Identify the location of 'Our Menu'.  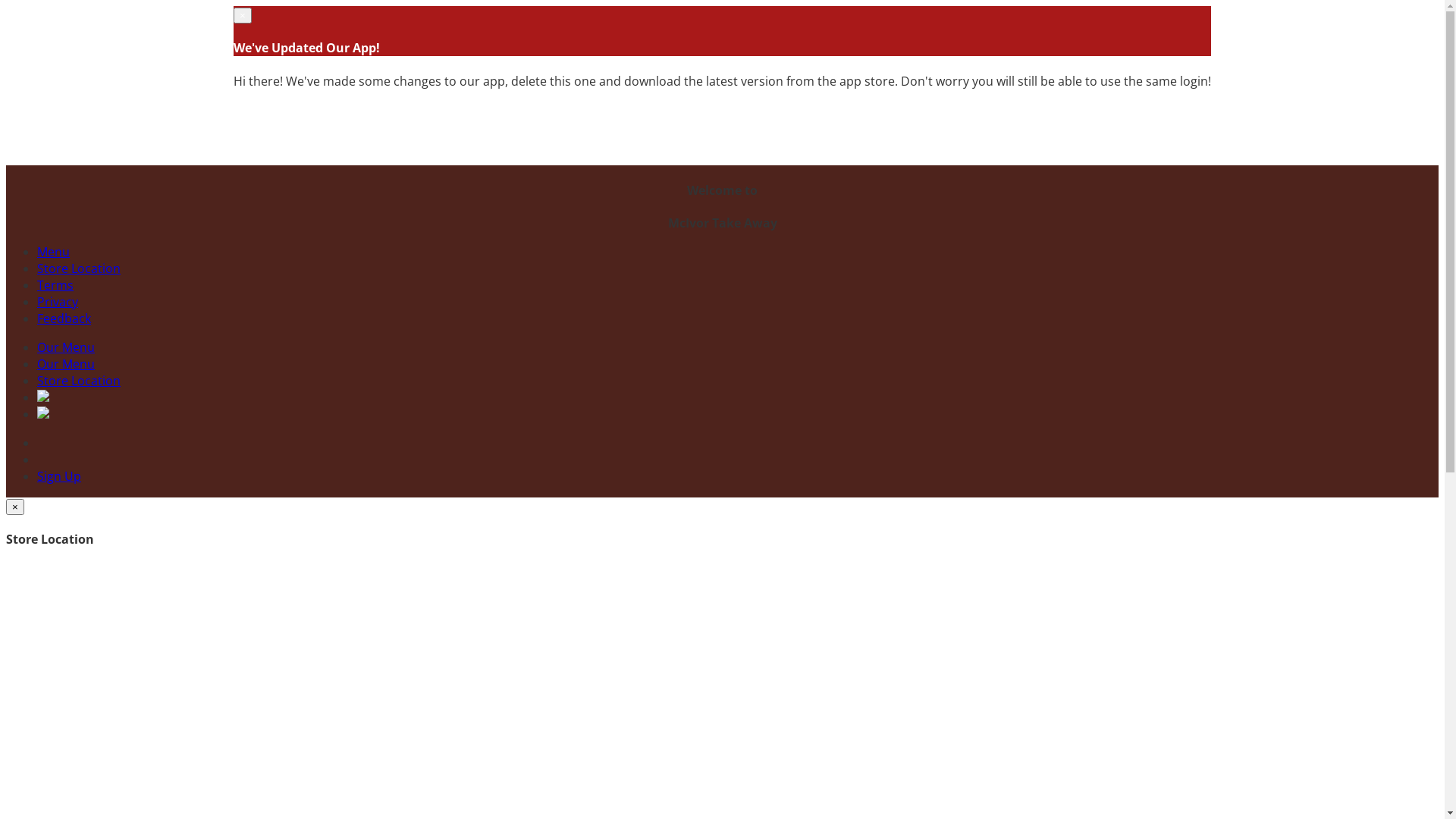
(64, 347).